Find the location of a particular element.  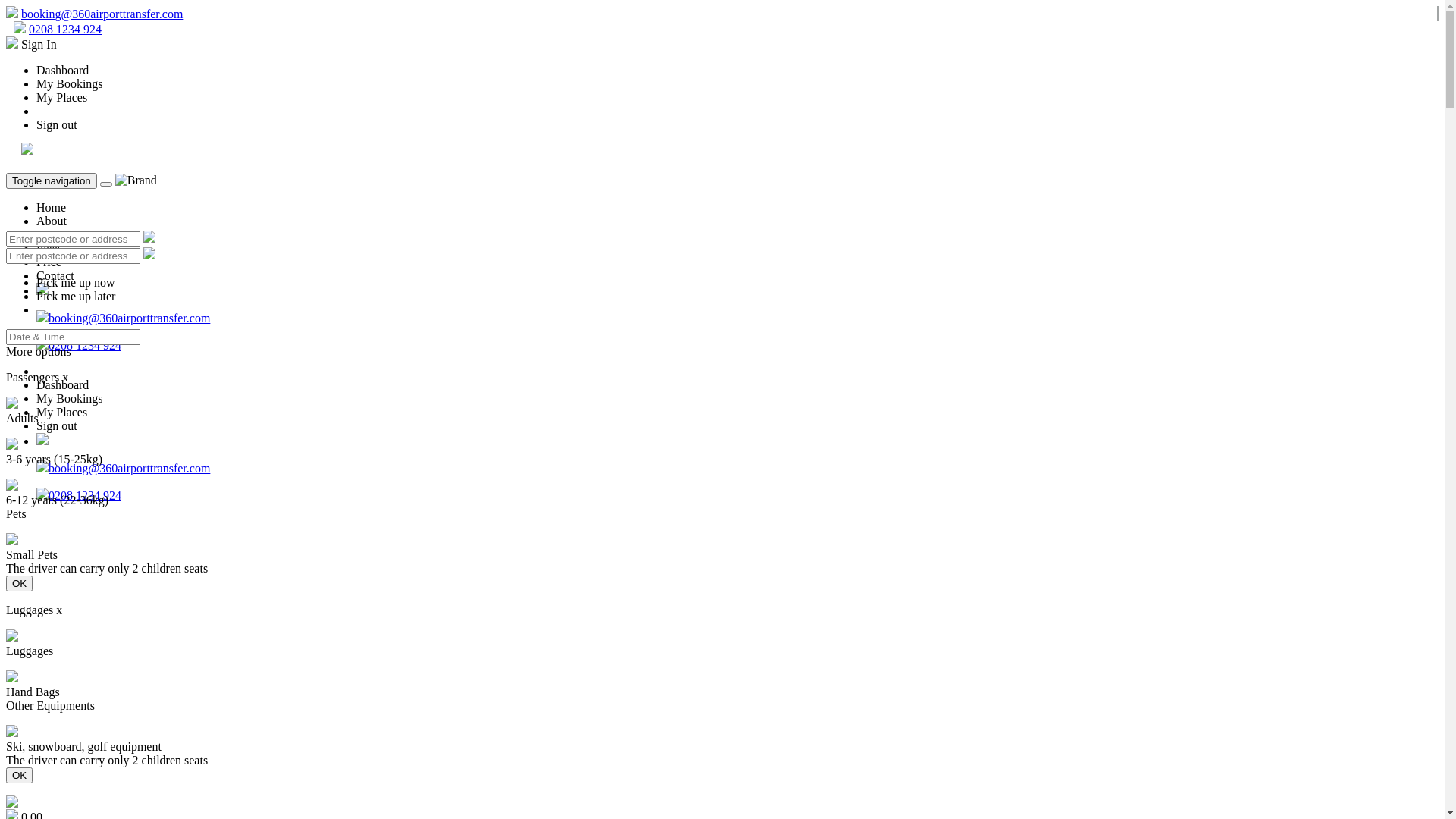

'Contact' is located at coordinates (36, 275).